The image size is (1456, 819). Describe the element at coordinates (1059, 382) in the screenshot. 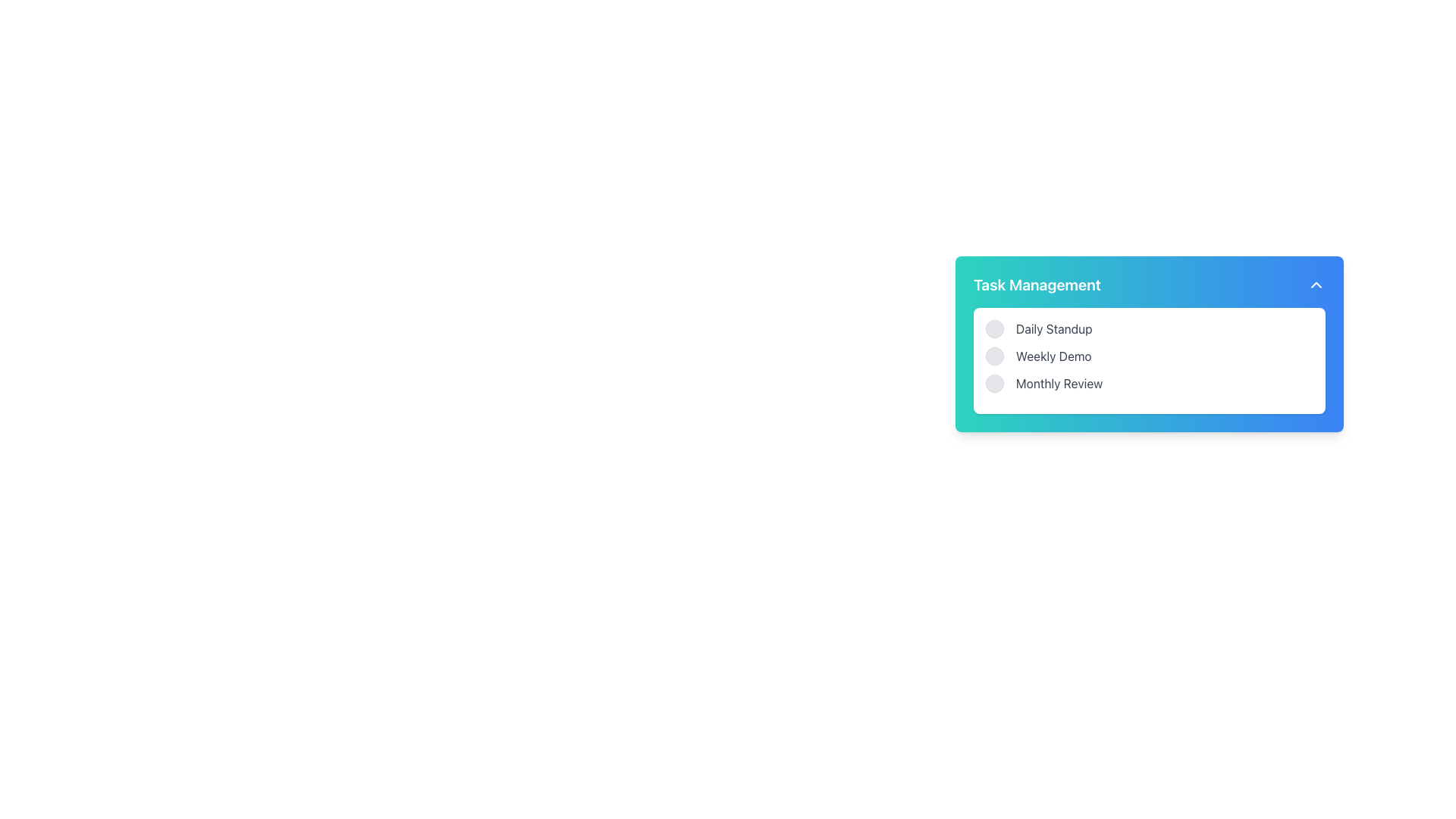

I see `the text label indicating the monthly review task, which is associated with the third option in the Task Management card, located to the right of the circular radio button and below the Weekly Demo label` at that location.